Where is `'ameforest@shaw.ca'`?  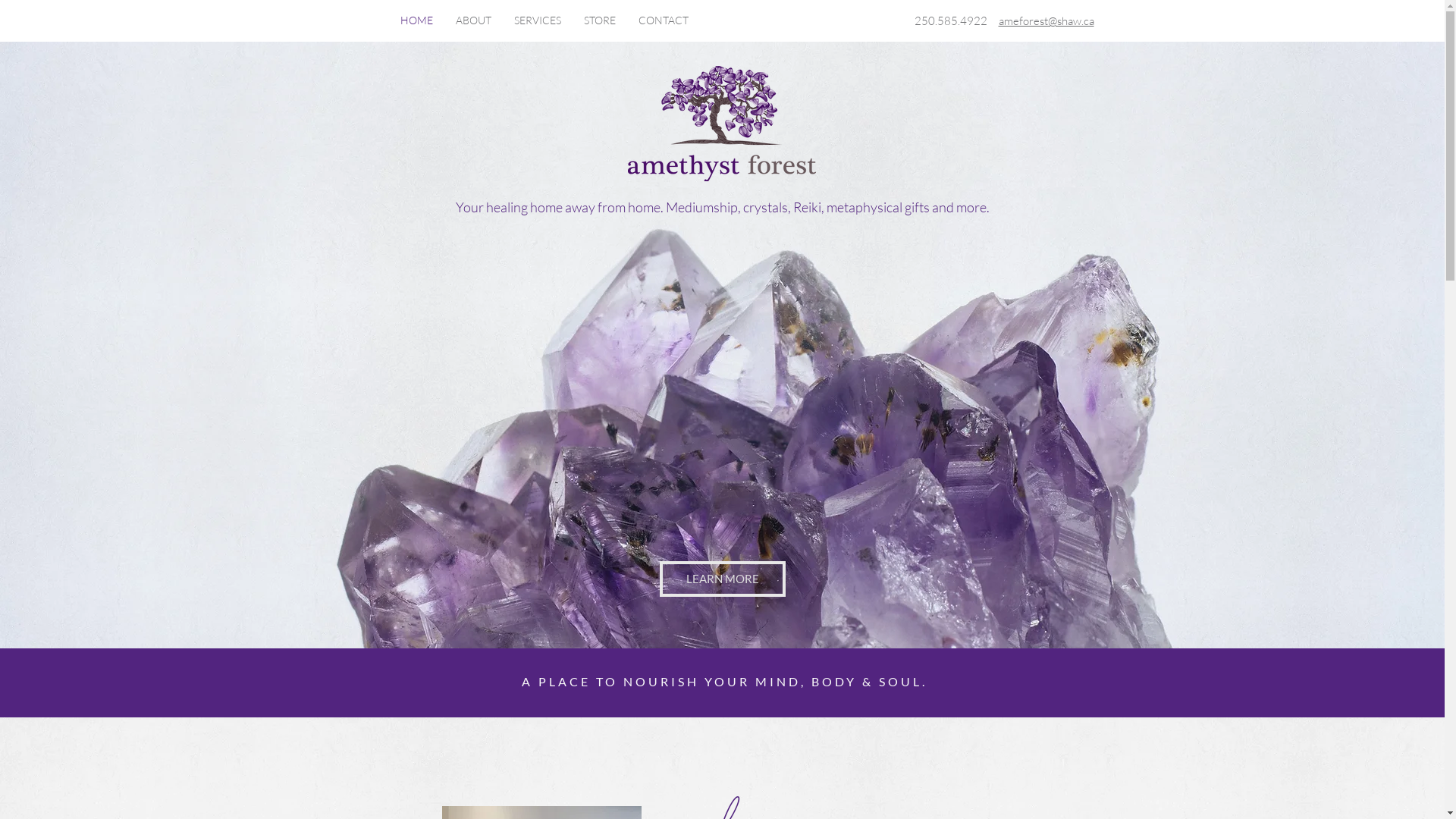 'ameforest@shaw.ca' is located at coordinates (1044, 20).